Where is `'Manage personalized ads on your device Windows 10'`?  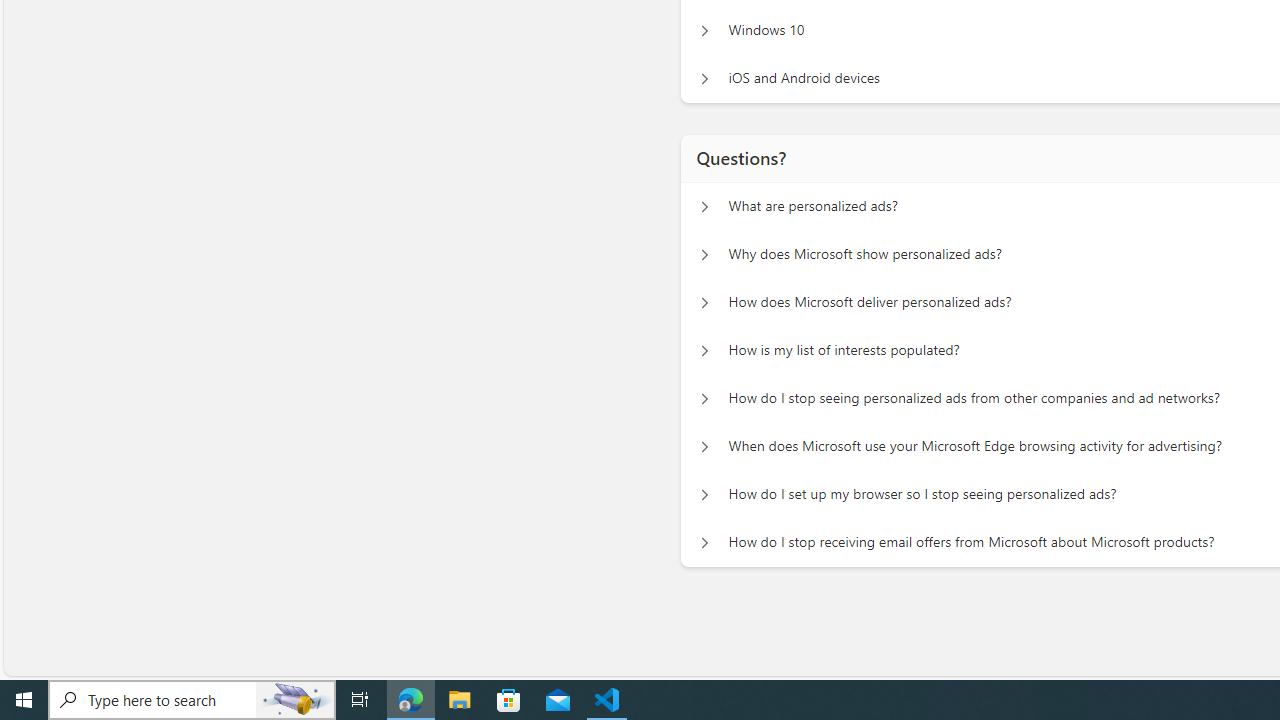
'Manage personalized ads on your device Windows 10' is located at coordinates (704, 30).